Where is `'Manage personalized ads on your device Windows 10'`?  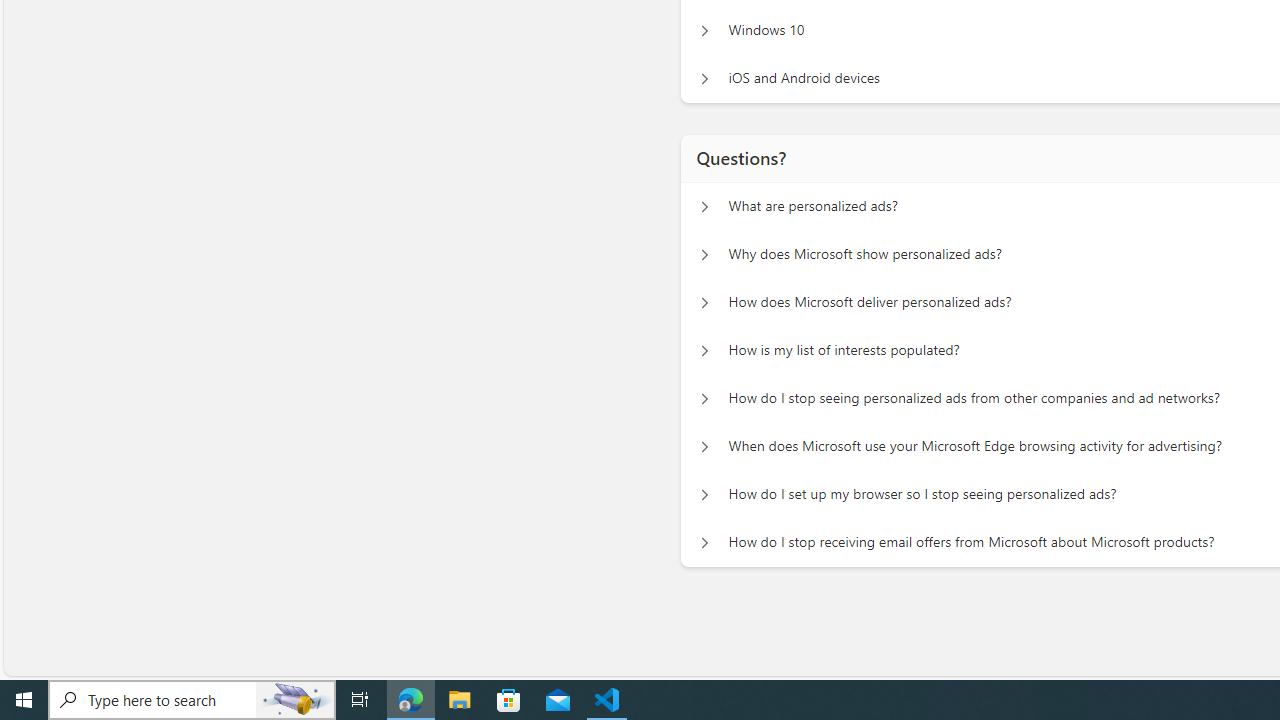
'Manage personalized ads on your device Windows 10' is located at coordinates (704, 30).